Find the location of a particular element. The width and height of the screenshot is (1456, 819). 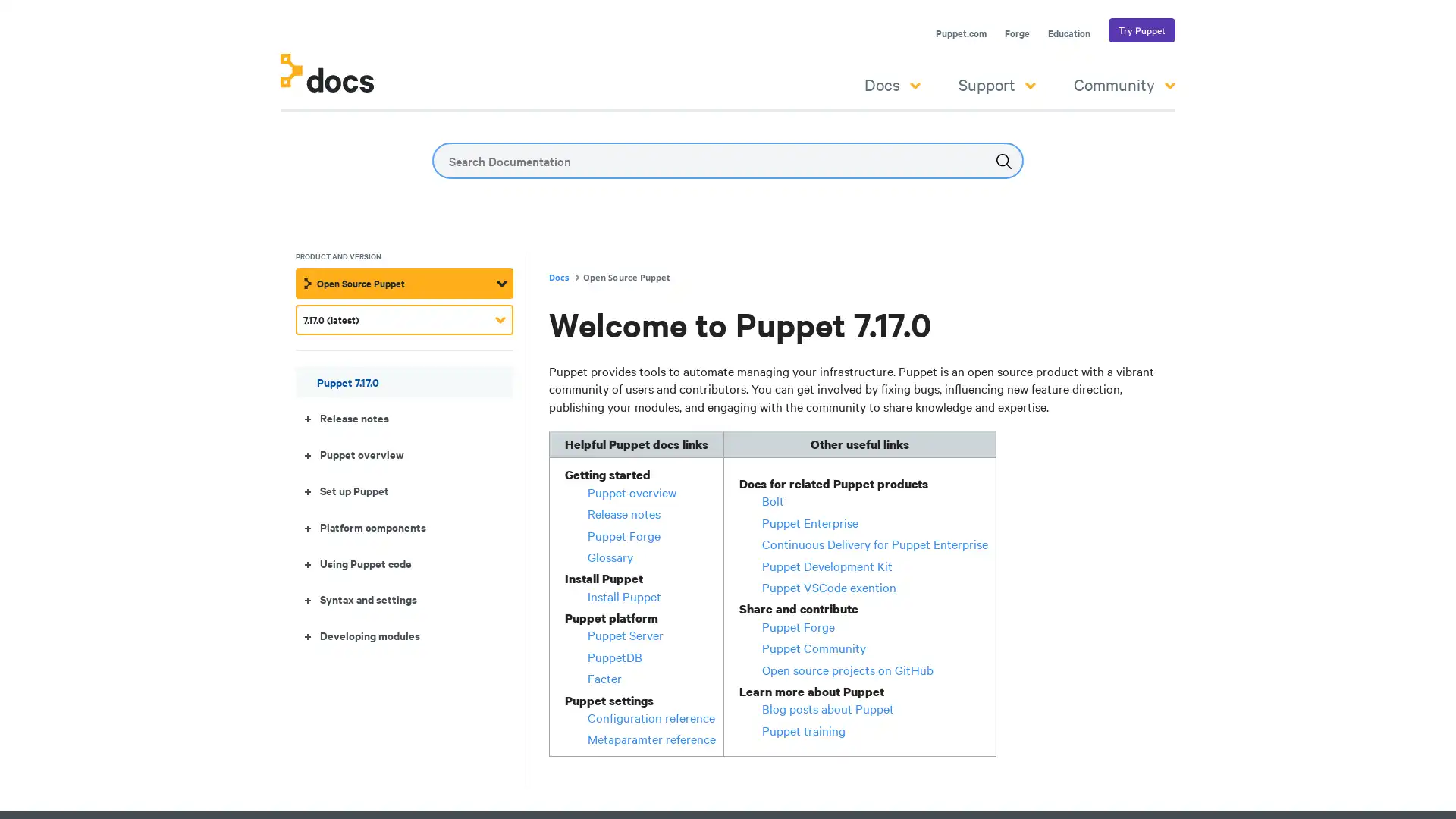

Docs is located at coordinates (892, 92).